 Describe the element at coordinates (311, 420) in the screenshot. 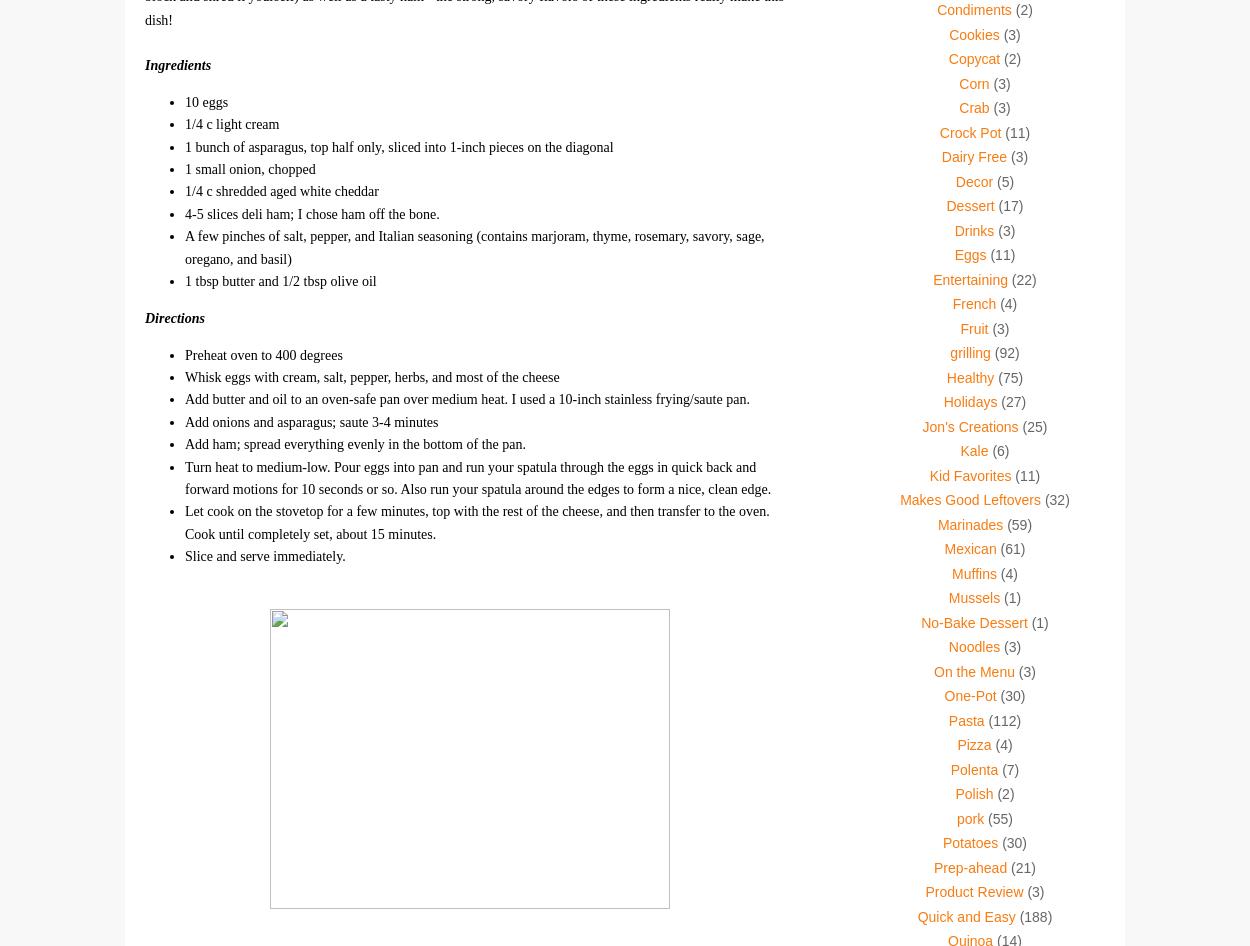

I see `'Add onions and asparagus; saute 3-4 minutes'` at that location.